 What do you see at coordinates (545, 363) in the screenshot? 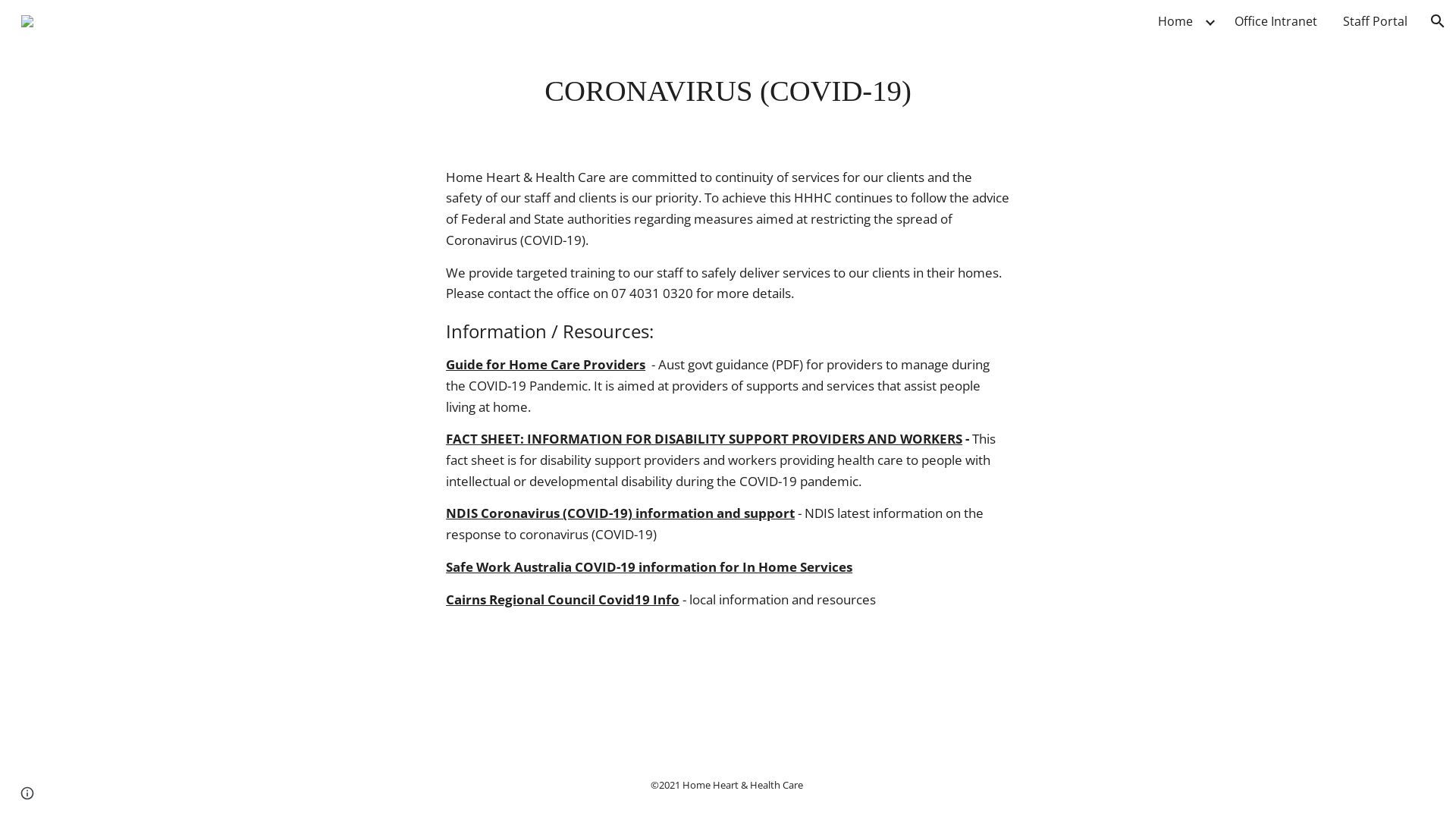
I see `'Guide for Home Care Providers'` at bounding box center [545, 363].